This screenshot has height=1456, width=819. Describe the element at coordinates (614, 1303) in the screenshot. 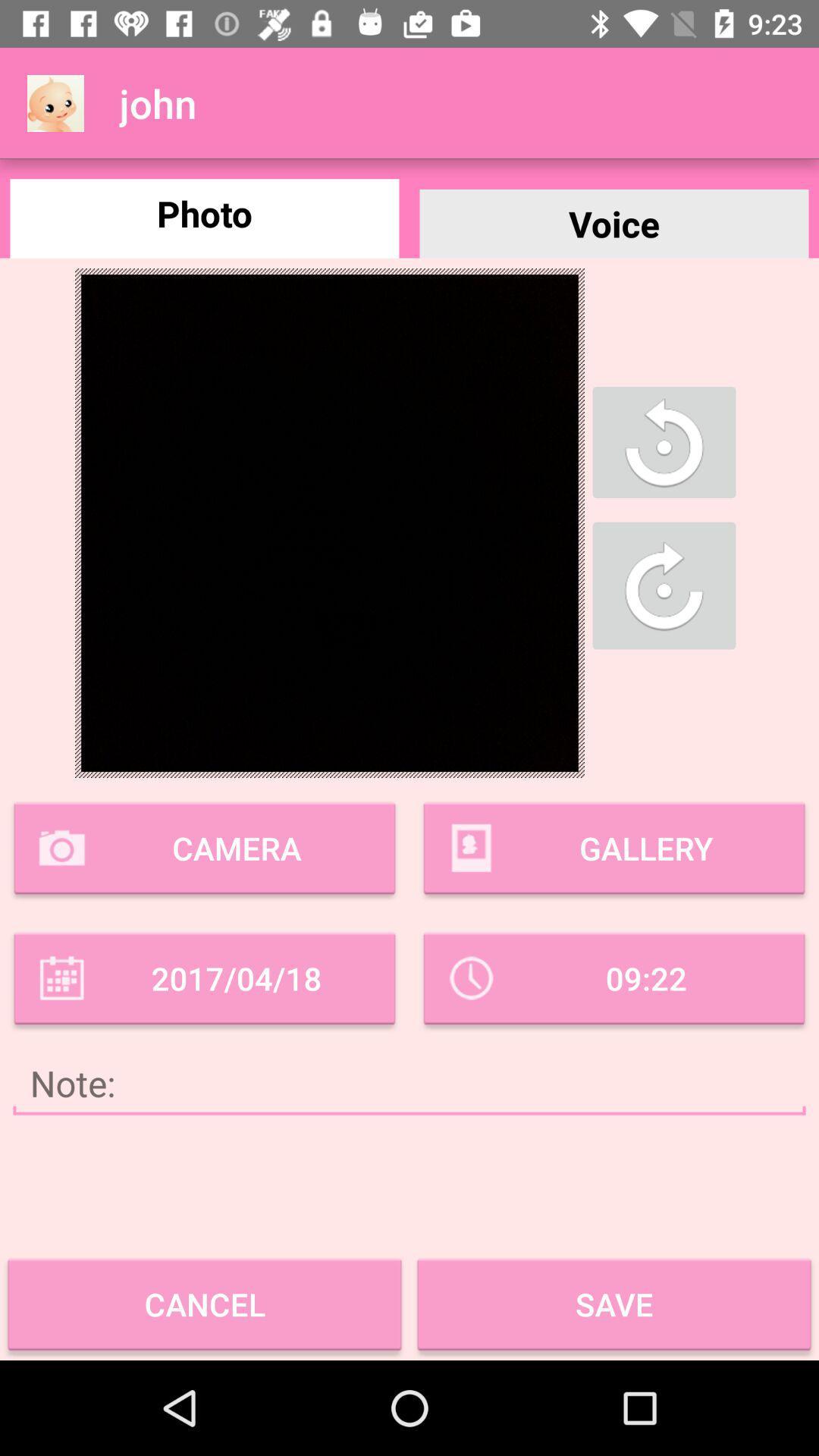

I see `the box that reads save` at that location.